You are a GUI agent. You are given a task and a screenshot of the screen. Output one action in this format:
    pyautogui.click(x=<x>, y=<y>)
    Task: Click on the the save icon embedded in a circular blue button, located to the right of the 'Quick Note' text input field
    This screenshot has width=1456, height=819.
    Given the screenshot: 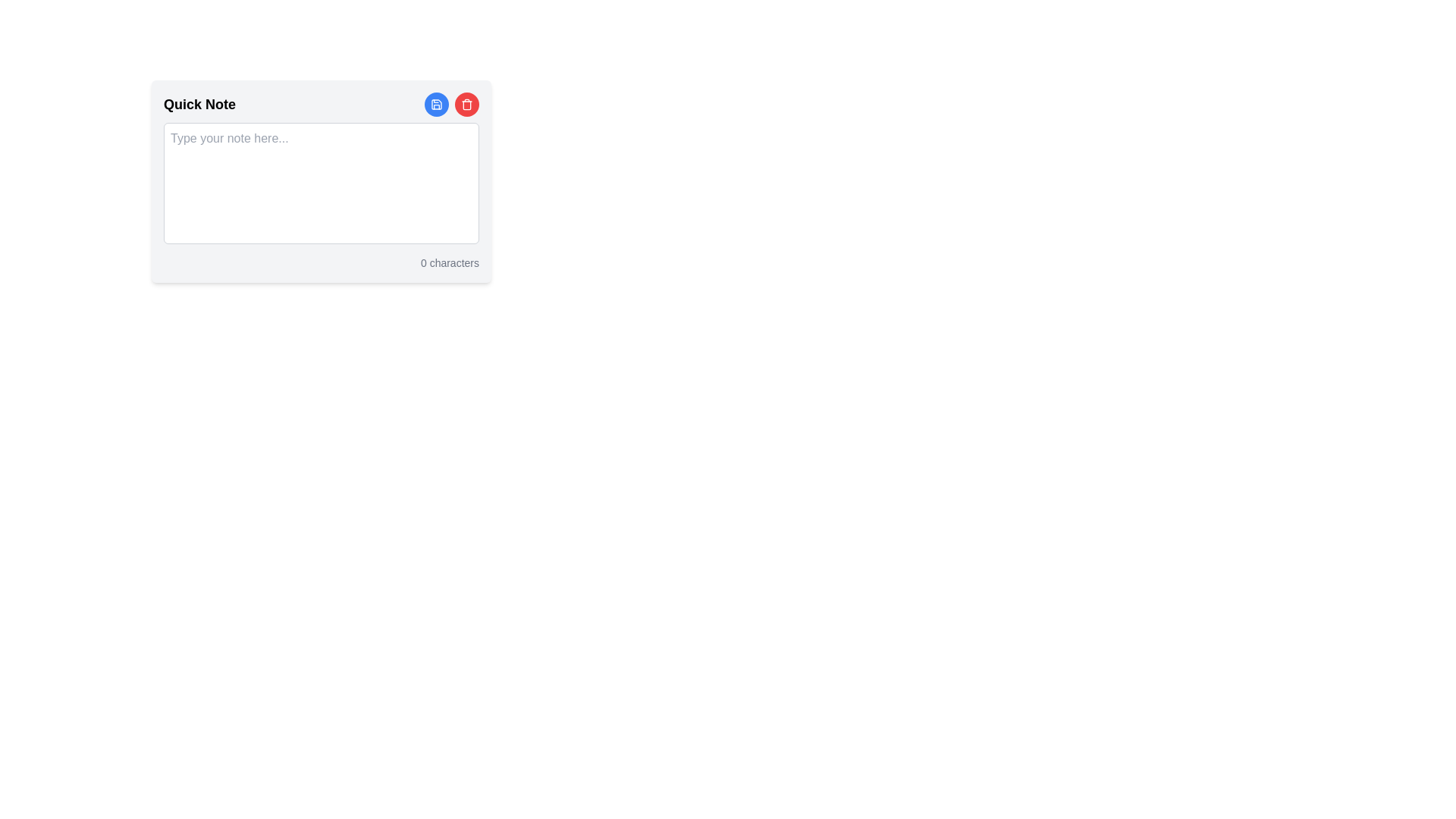 What is the action you would take?
    pyautogui.click(x=436, y=104)
    